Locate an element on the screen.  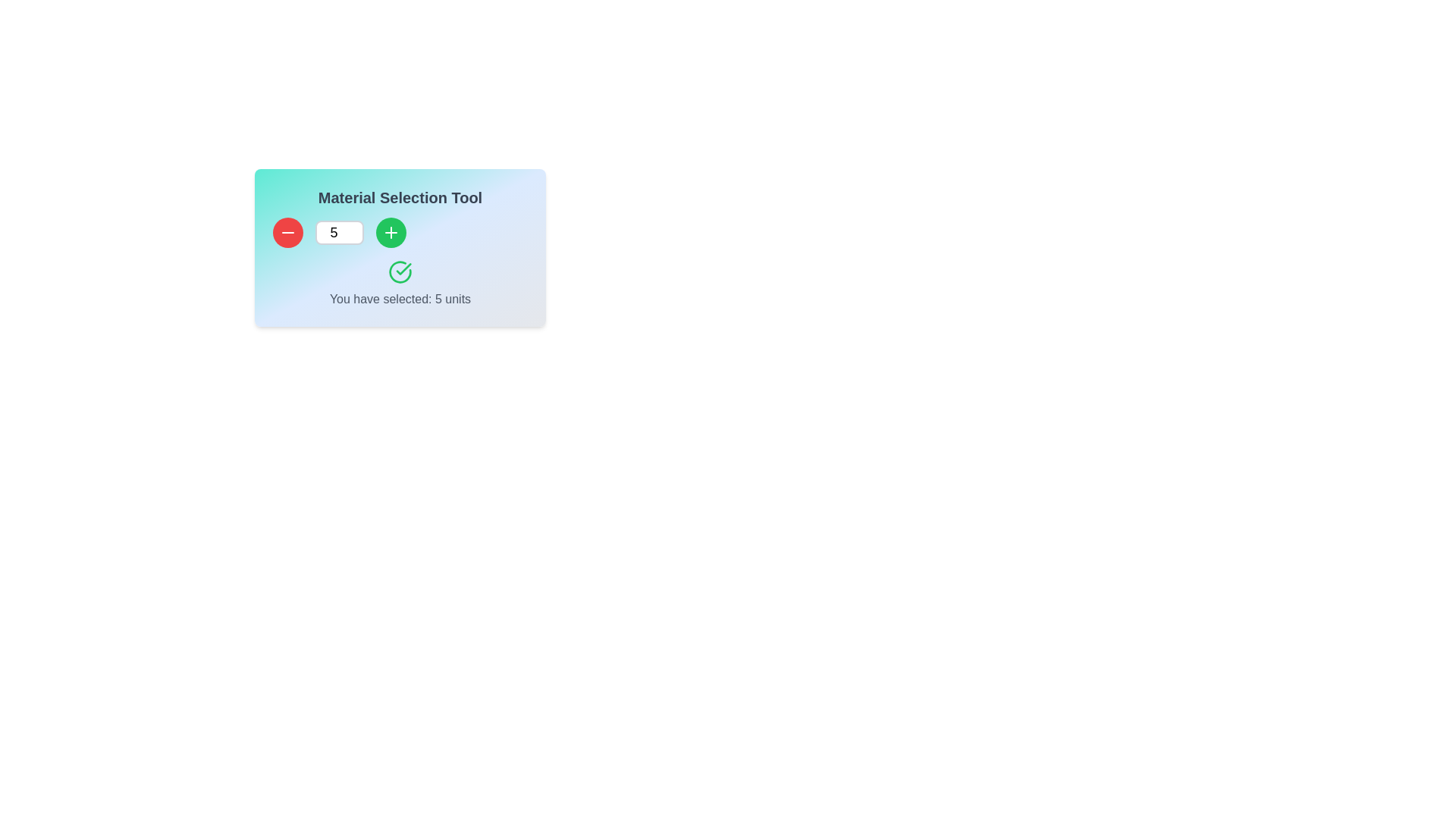
the decrement button located to the left of the number input field is located at coordinates (287, 233).